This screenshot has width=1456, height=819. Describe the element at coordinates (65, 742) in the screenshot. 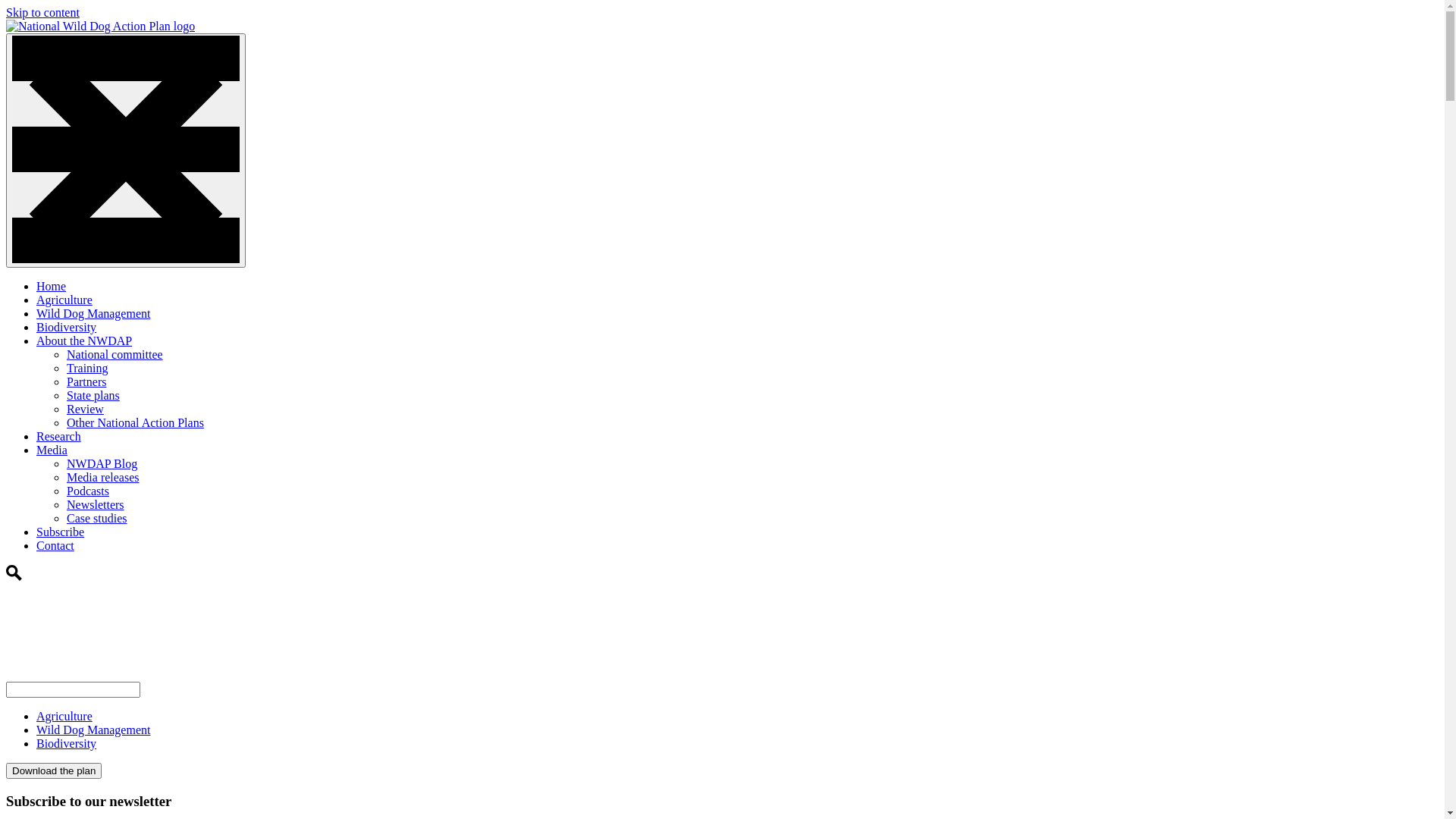

I see `'Biodiversity'` at that location.